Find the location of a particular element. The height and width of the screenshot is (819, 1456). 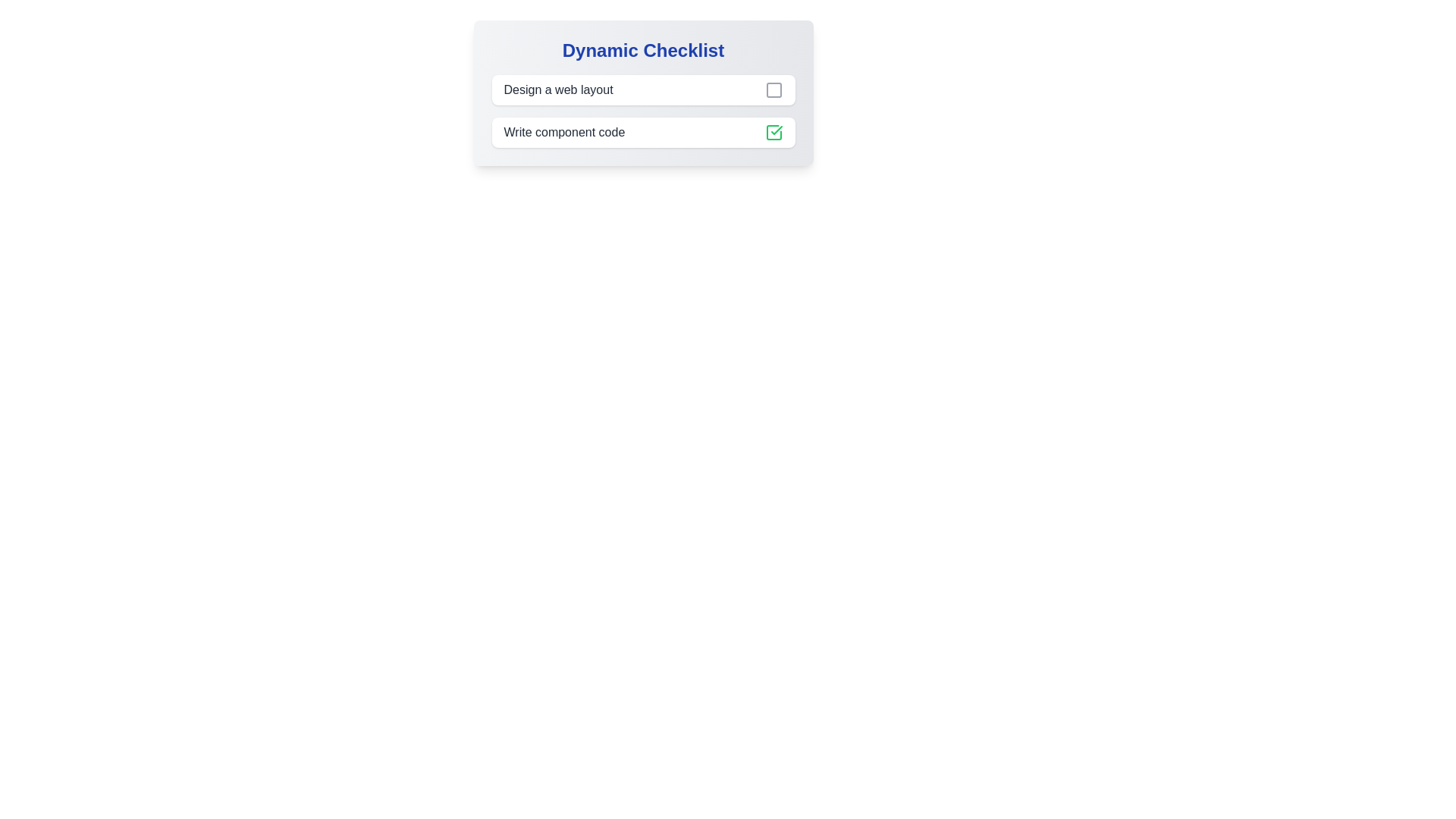

the checkbox located to the right of the text 'Design a web layout' is located at coordinates (773, 90).